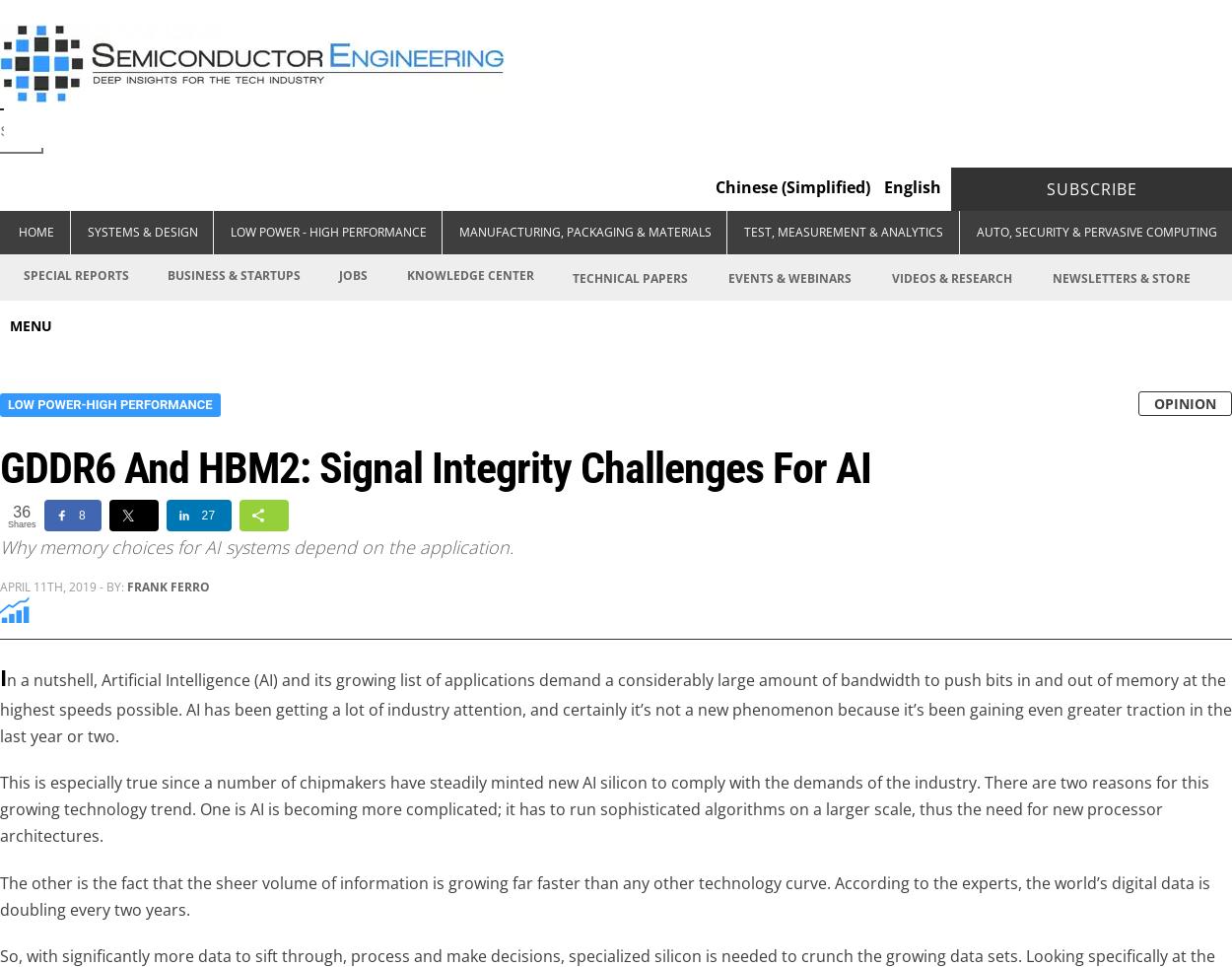  I want to click on 'Auto, Security & Pervasive Computing', so click(975, 231).